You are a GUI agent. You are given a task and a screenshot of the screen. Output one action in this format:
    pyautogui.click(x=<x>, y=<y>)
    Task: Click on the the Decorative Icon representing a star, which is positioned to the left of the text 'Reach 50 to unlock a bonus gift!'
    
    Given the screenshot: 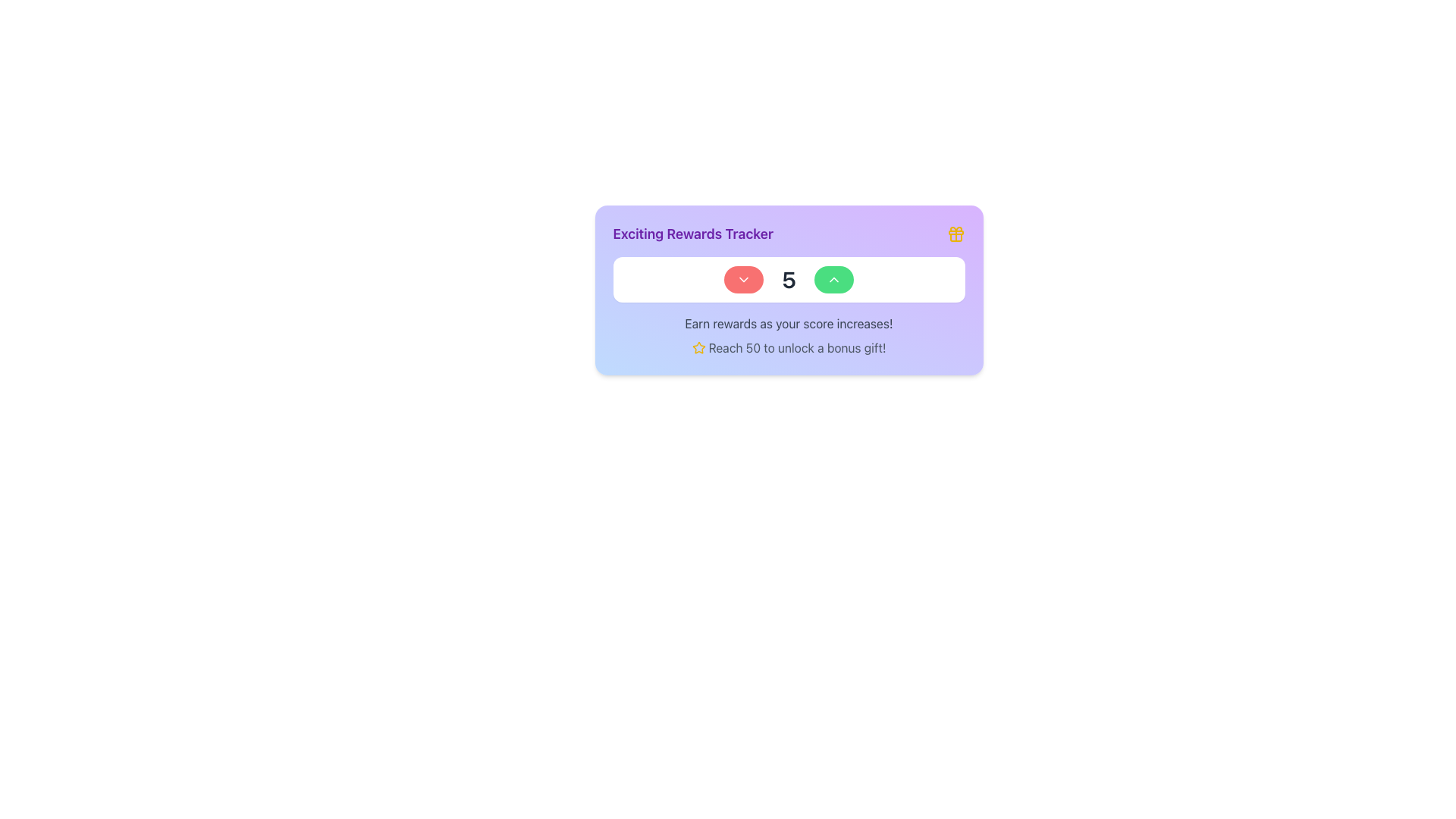 What is the action you would take?
    pyautogui.click(x=698, y=348)
    